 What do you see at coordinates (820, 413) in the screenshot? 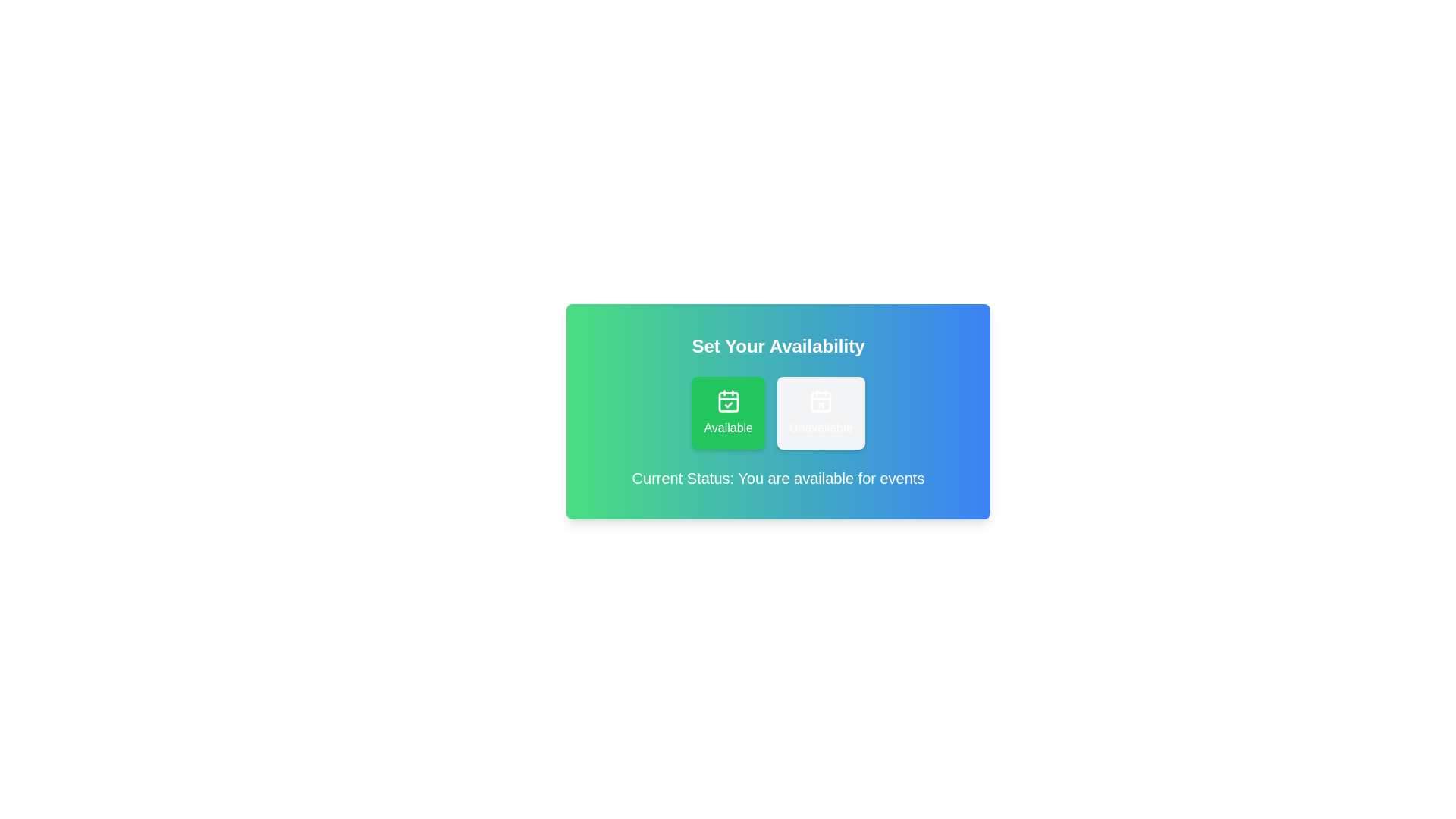
I see `the 'Unavailable' button to set the status to unavailable` at bounding box center [820, 413].